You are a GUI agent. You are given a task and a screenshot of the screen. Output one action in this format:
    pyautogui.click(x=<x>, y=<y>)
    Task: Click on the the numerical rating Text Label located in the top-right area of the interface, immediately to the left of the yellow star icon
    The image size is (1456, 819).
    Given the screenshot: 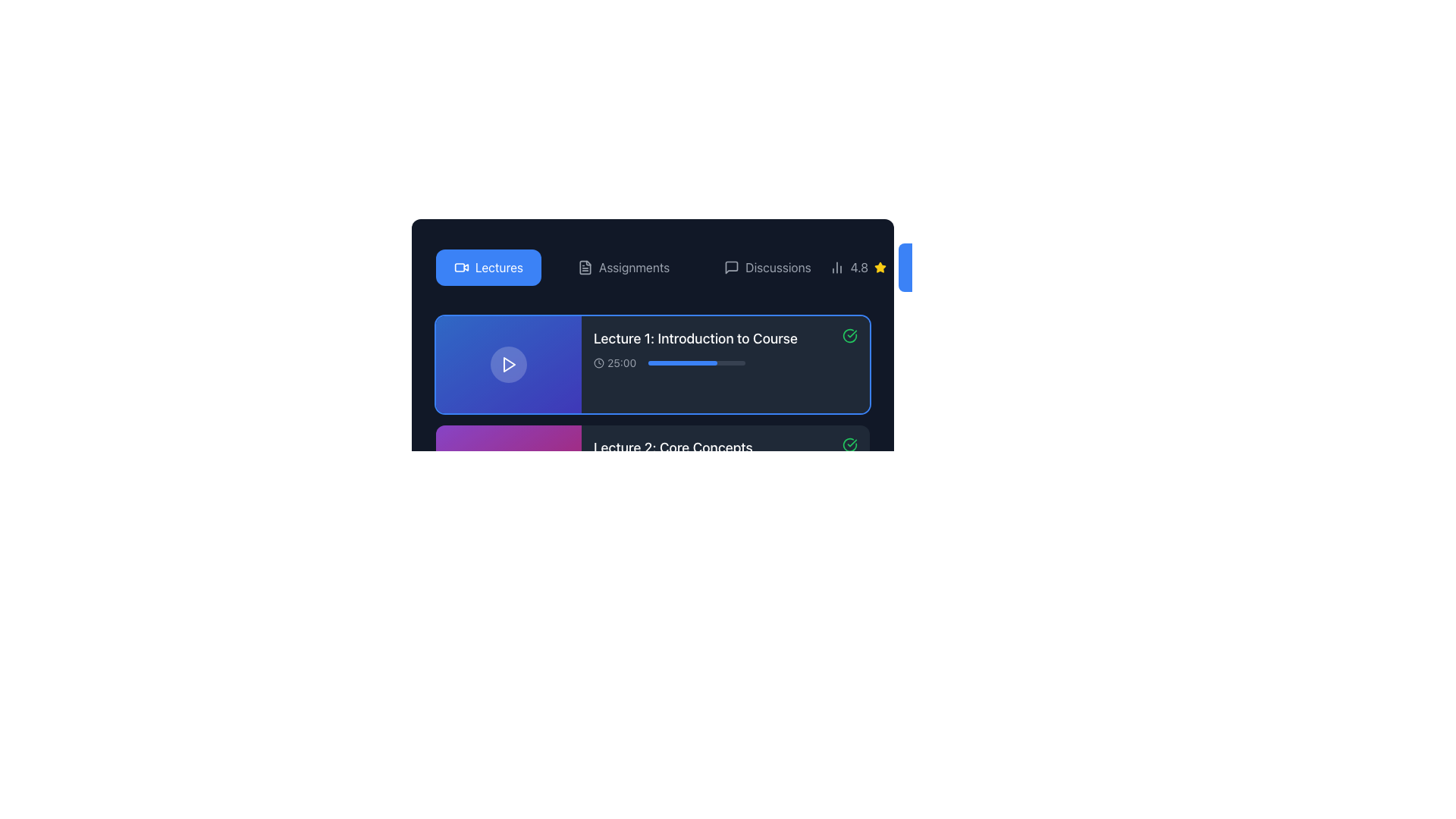 What is the action you would take?
    pyautogui.click(x=859, y=267)
    